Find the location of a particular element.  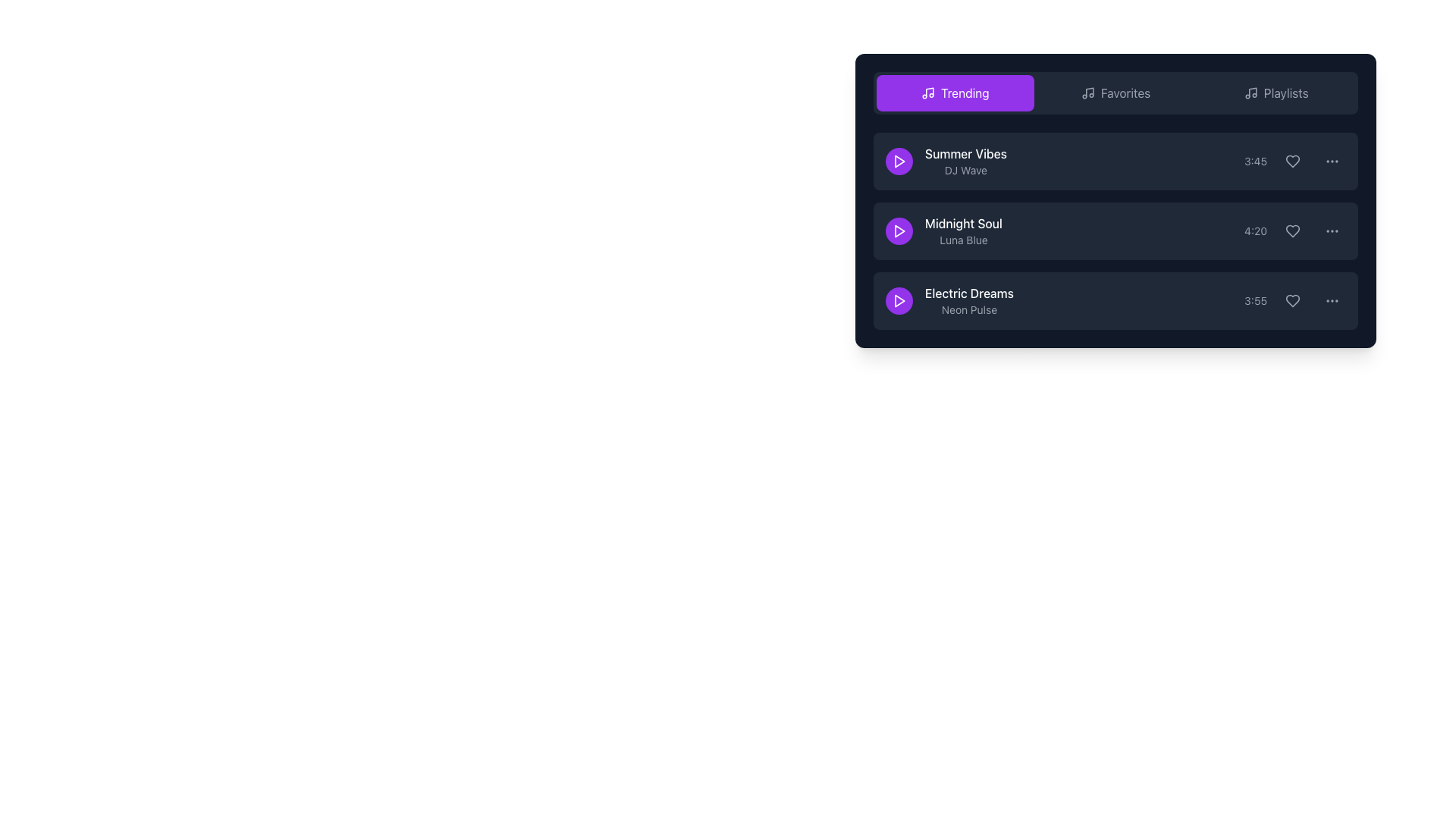

the text label displaying 'Luna Blue' in light gray, which is positioned directly beneath 'Midnight Soul' is located at coordinates (963, 239).